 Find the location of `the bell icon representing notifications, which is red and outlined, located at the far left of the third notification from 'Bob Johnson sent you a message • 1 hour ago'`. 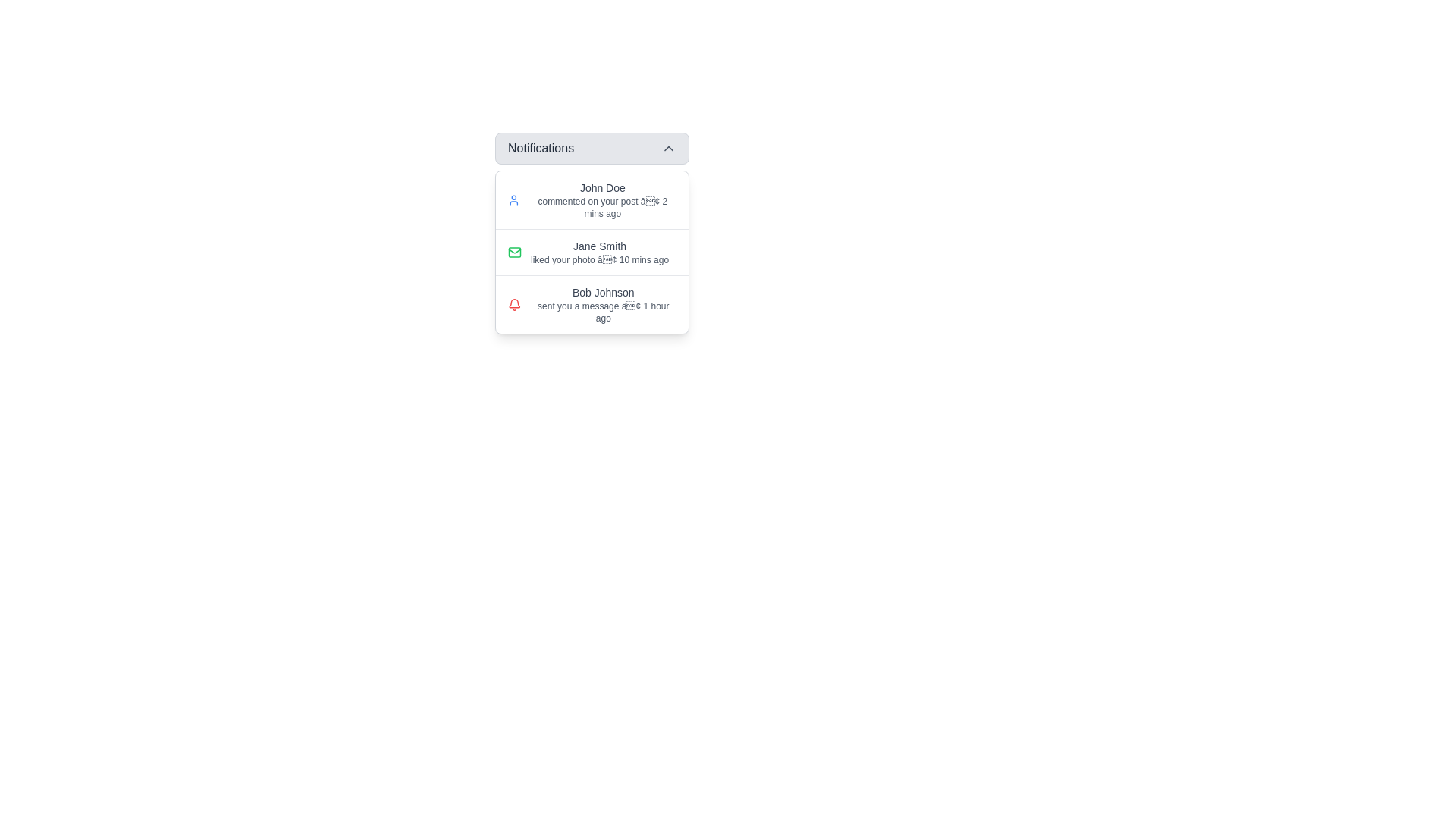

the bell icon representing notifications, which is red and outlined, located at the far left of the third notification from 'Bob Johnson sent you a message • 1 hour ago' is located at coordinates (514, 304).